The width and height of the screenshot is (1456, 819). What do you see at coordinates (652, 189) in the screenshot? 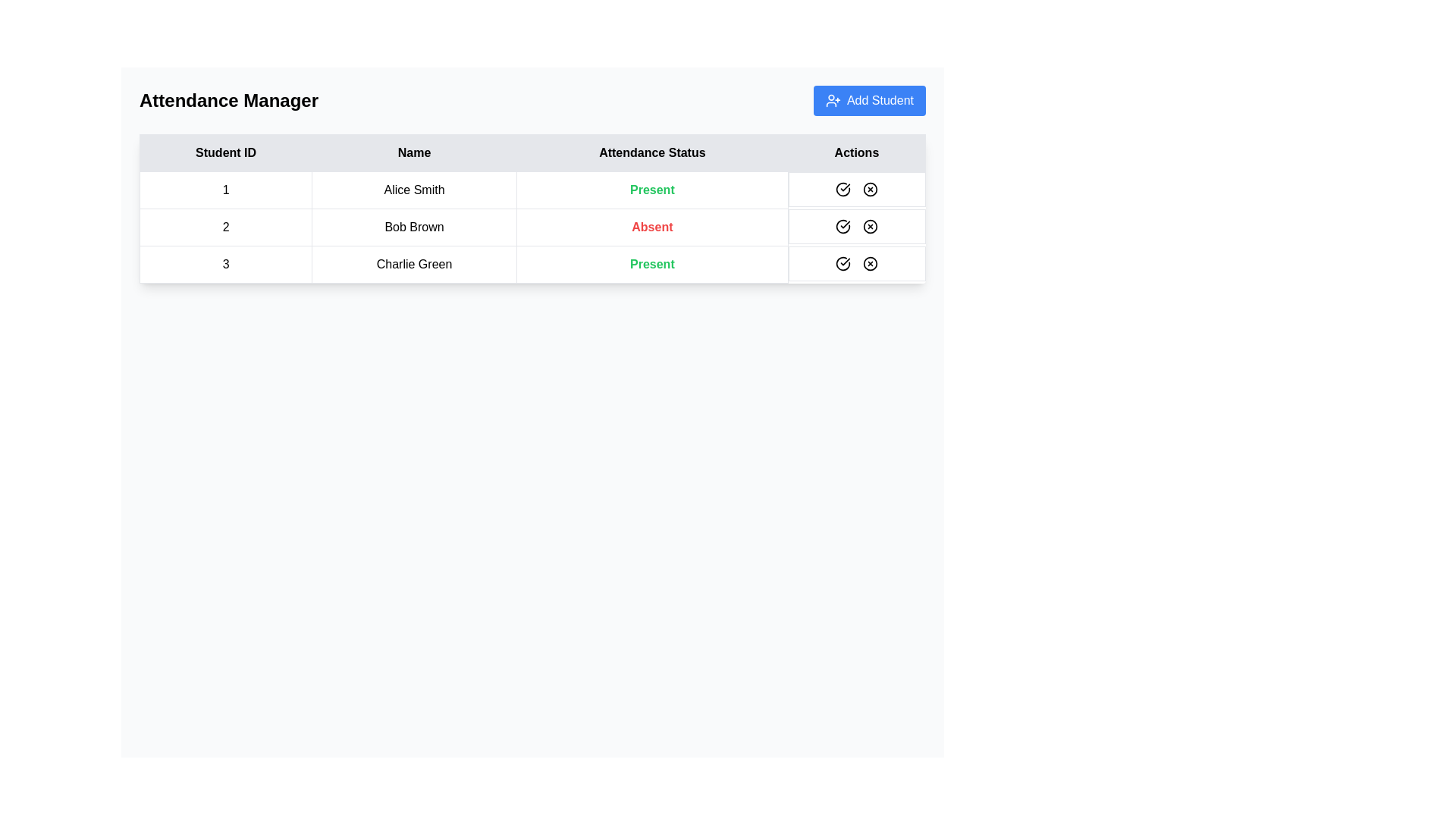
I see `the 'Present' text label indicating attendance status for 'Alice Smith' in the Attendance Status column of the table` at bounding box center [652, 189].